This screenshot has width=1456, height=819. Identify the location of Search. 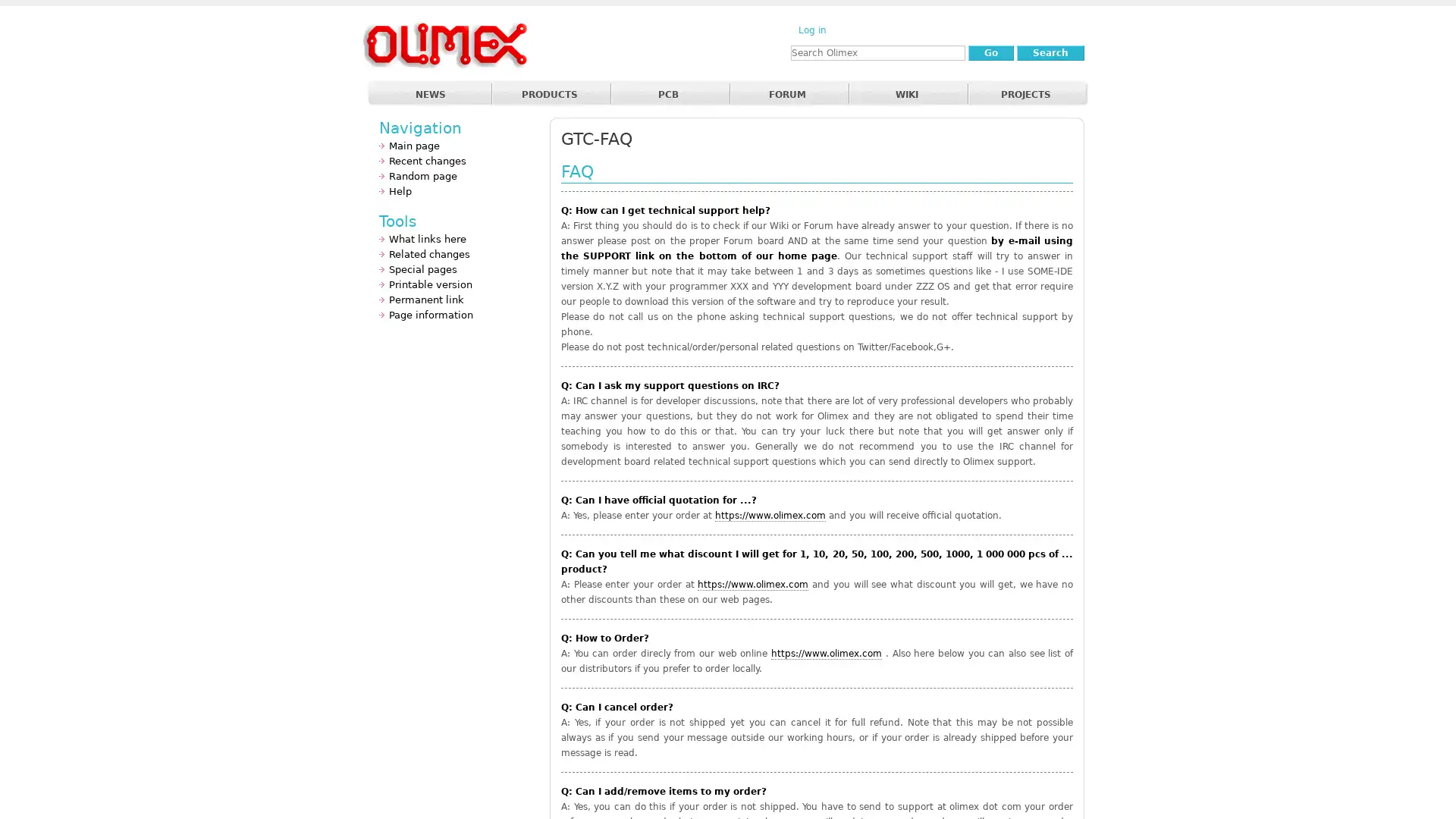
(1050, 52).